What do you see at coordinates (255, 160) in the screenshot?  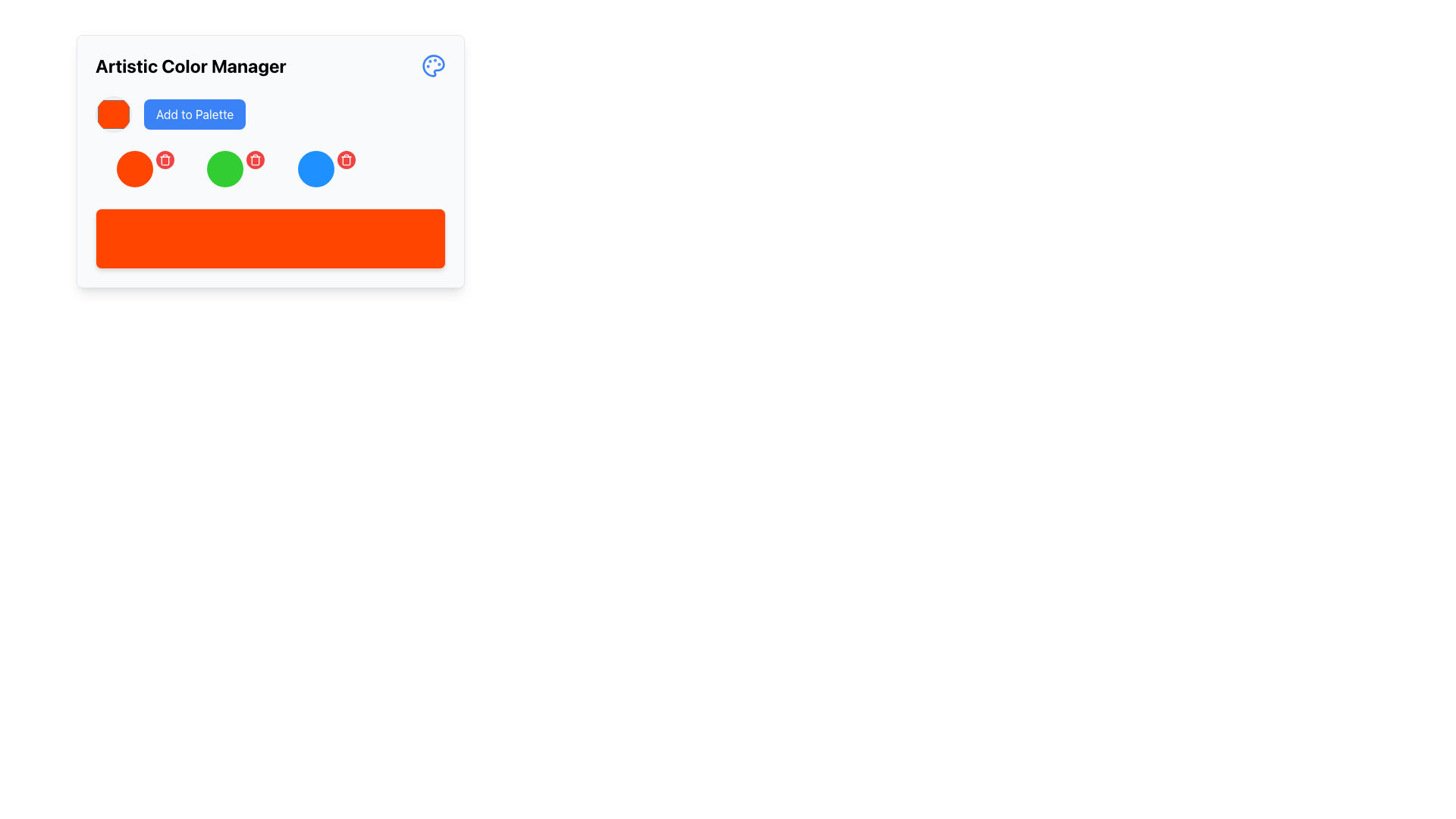 I see `the delete button located at the top-right of the green circular item` at bounding box center [255, 160].